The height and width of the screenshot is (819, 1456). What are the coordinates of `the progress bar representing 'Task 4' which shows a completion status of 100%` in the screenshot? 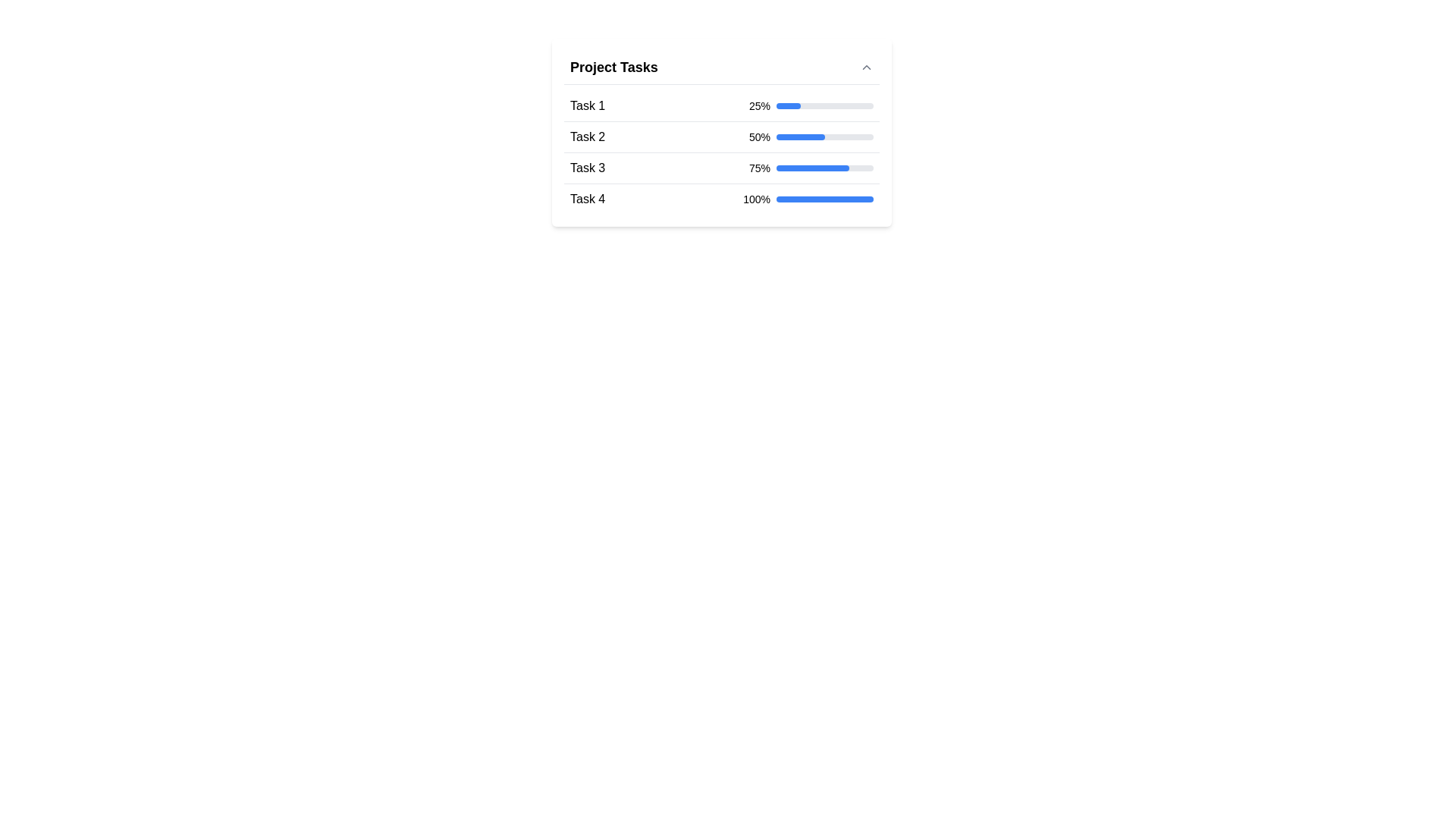 It's located at (824, 198).